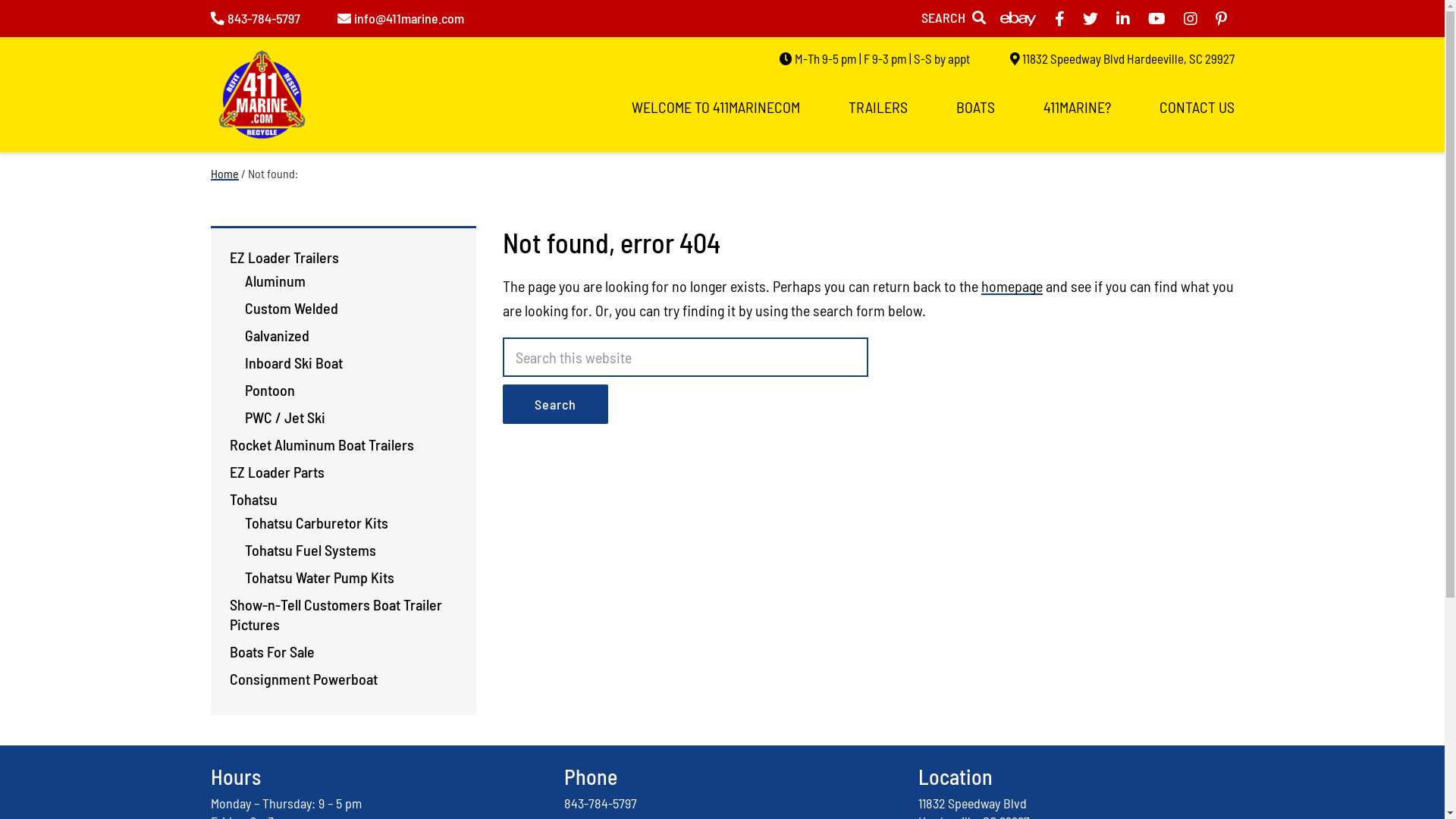 This screenshot has width=1456, height=819. What do you see at coordinates (0, 0) in the screenshot?
I see `'Skip to primary navigation'` at bounding box center [0, 0].